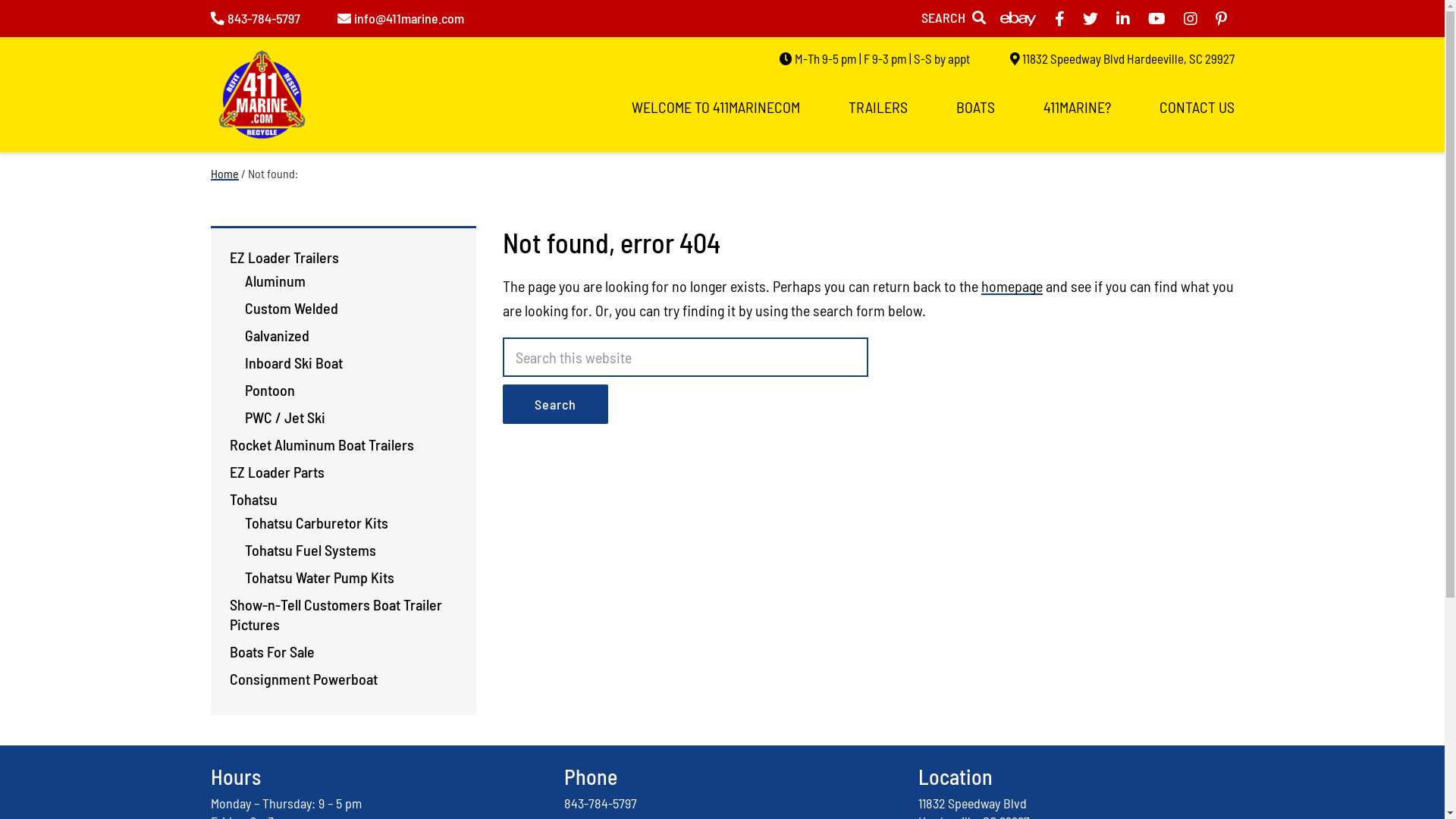 This screenshot has width=1456, height=819. What do you see at coordinates (0, 0) in the screenshot?
I see `'Skip to primary navigation'` at bounding box center [0, 0].